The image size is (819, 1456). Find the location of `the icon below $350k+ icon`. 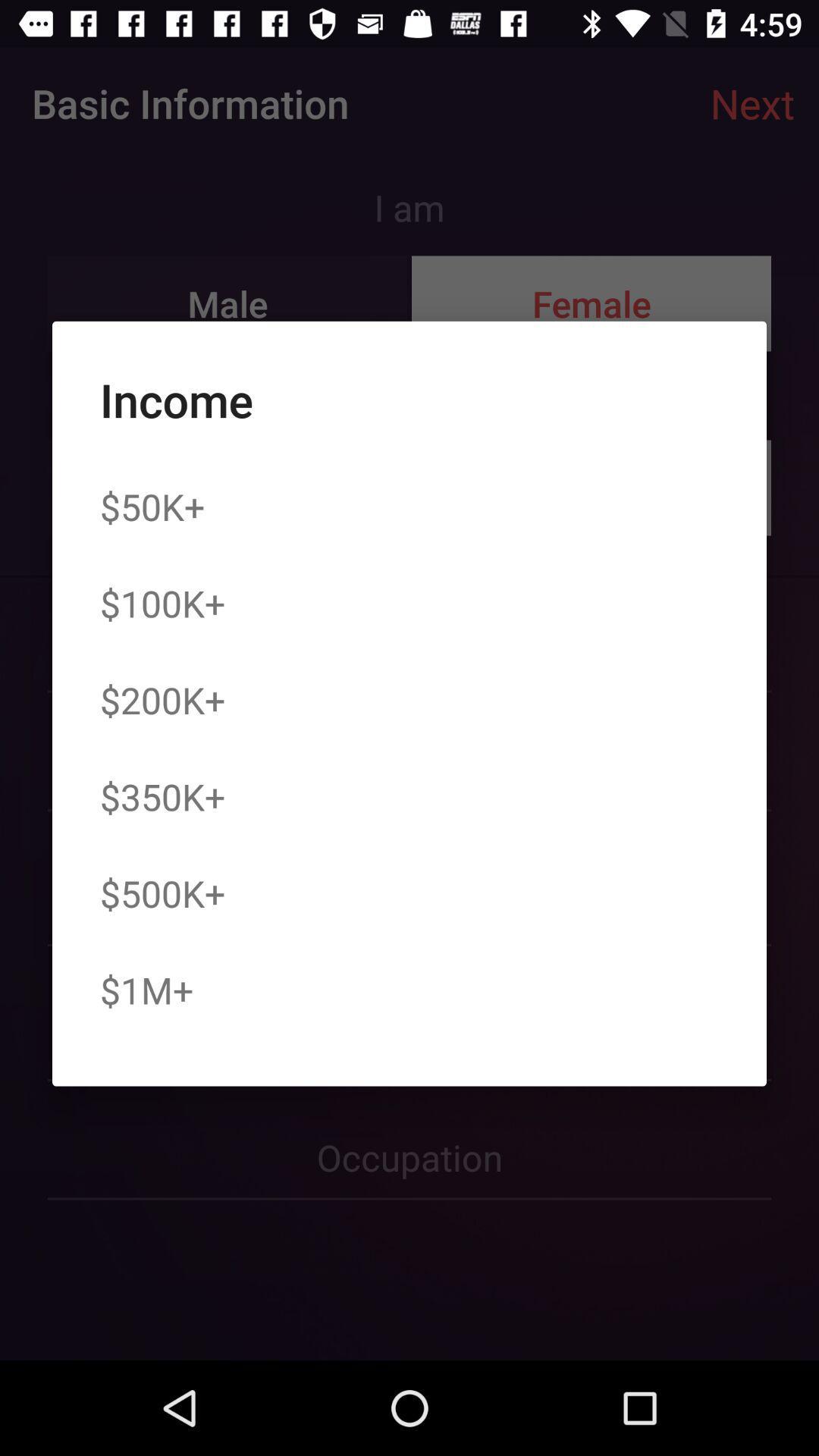

the icon below $350k+ icon is located at coordinates (162, 893).